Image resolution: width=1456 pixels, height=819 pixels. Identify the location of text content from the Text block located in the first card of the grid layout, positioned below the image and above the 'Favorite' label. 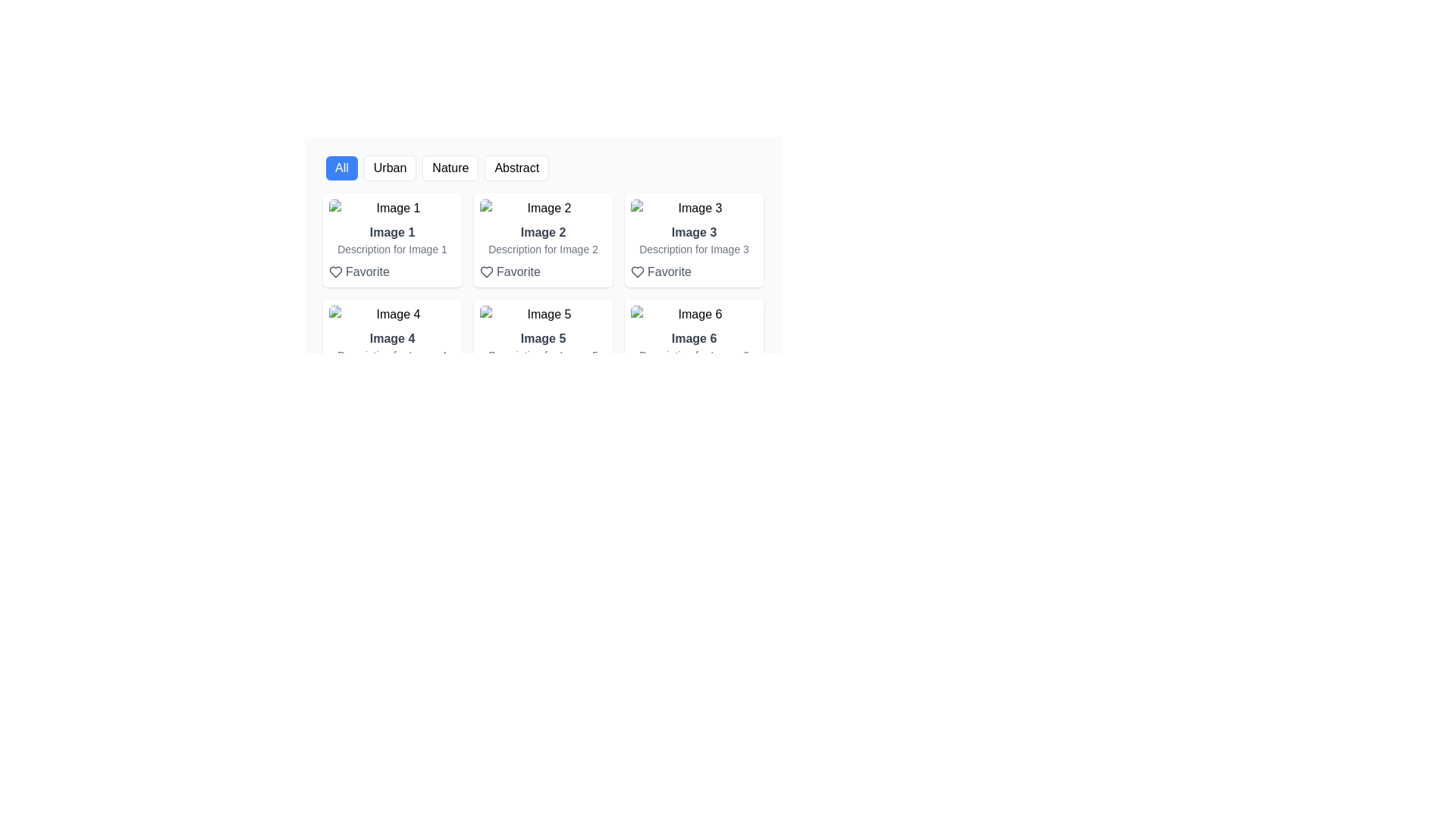
(392, 251).